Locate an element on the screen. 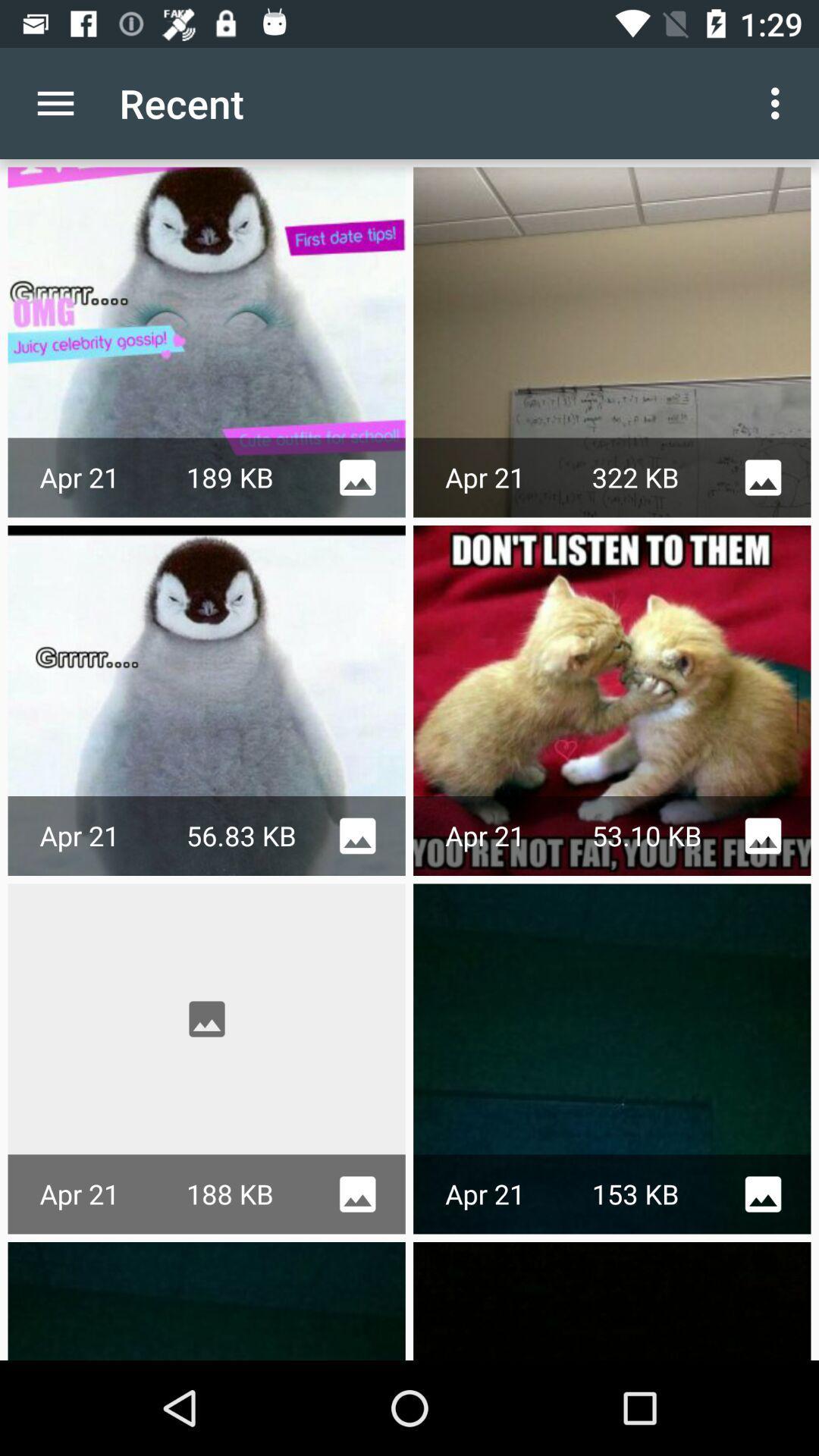 This screenshot has width=819, height=1456. item to the left of recent icon is located at coordinates (55, 102).